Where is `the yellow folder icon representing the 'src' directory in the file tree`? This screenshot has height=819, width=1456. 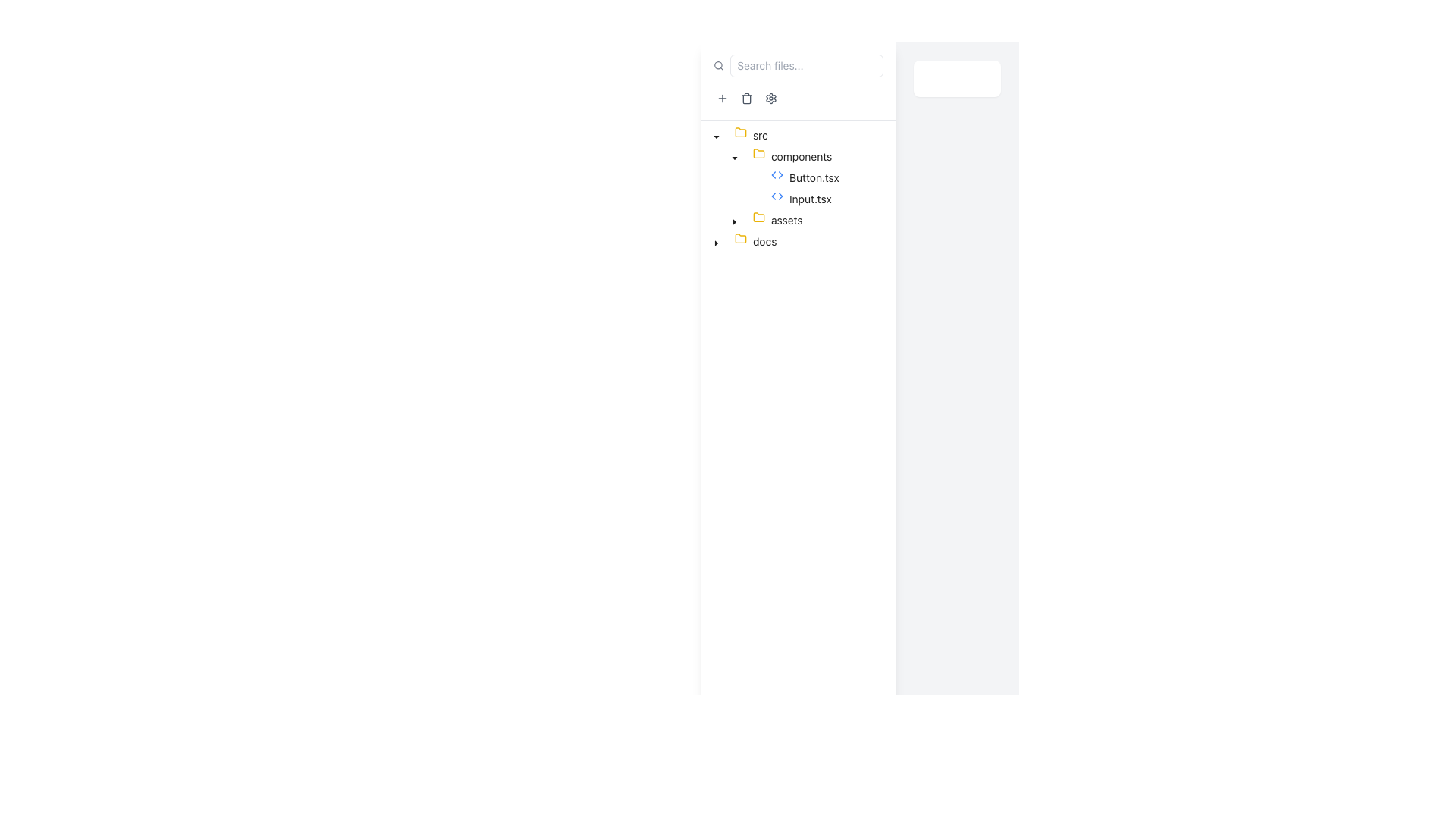 the yellow folder icon representing the 'src' directory in the file tree is located at coordinates (741, 237).